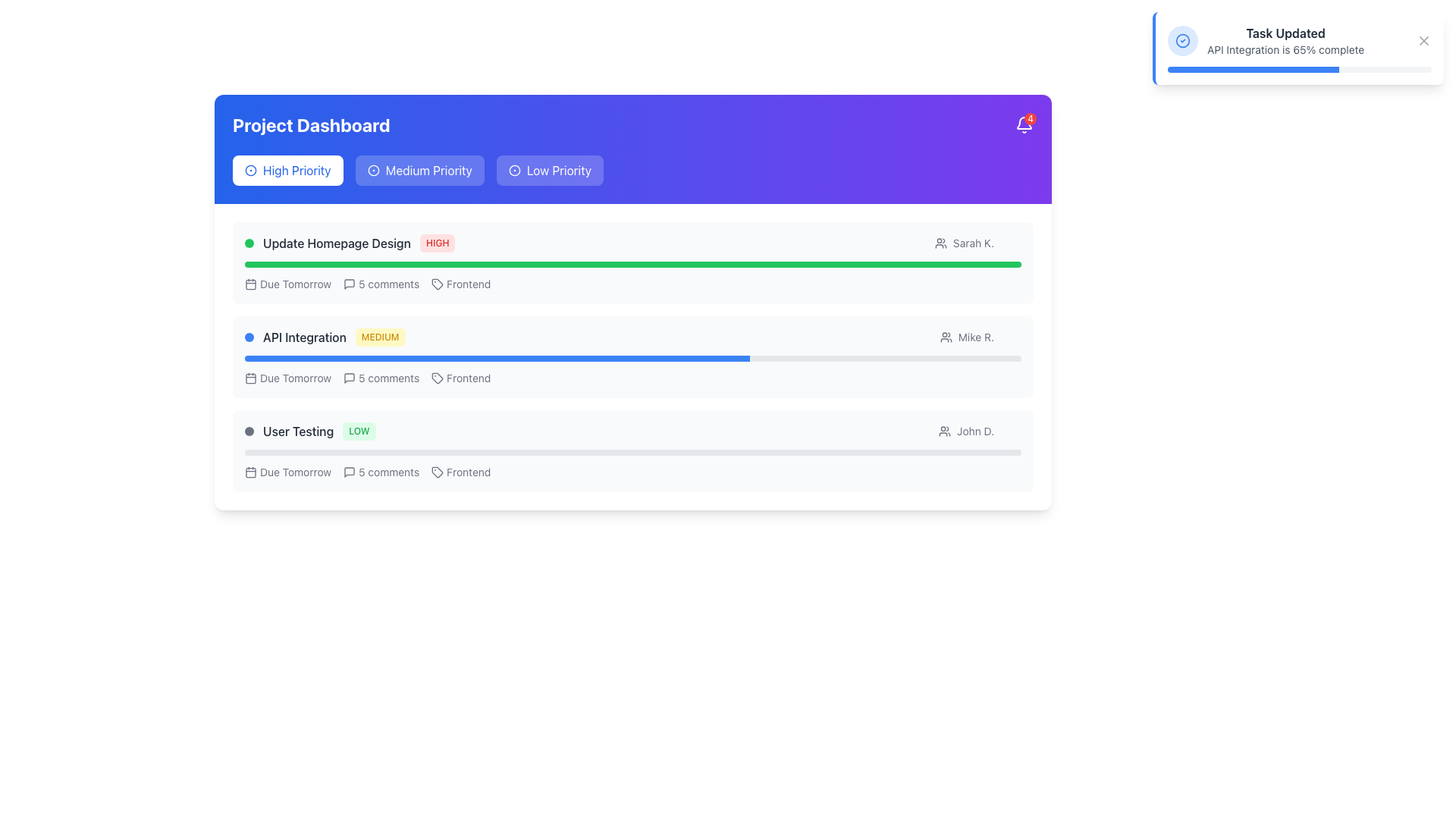  Describe the element at coordinates (437, 242) in the screenshot. I see `the 'HIGH' priority badge located to the right of the 'Update Homepage Design' title in the 'Project Dashboard' area` at that location.